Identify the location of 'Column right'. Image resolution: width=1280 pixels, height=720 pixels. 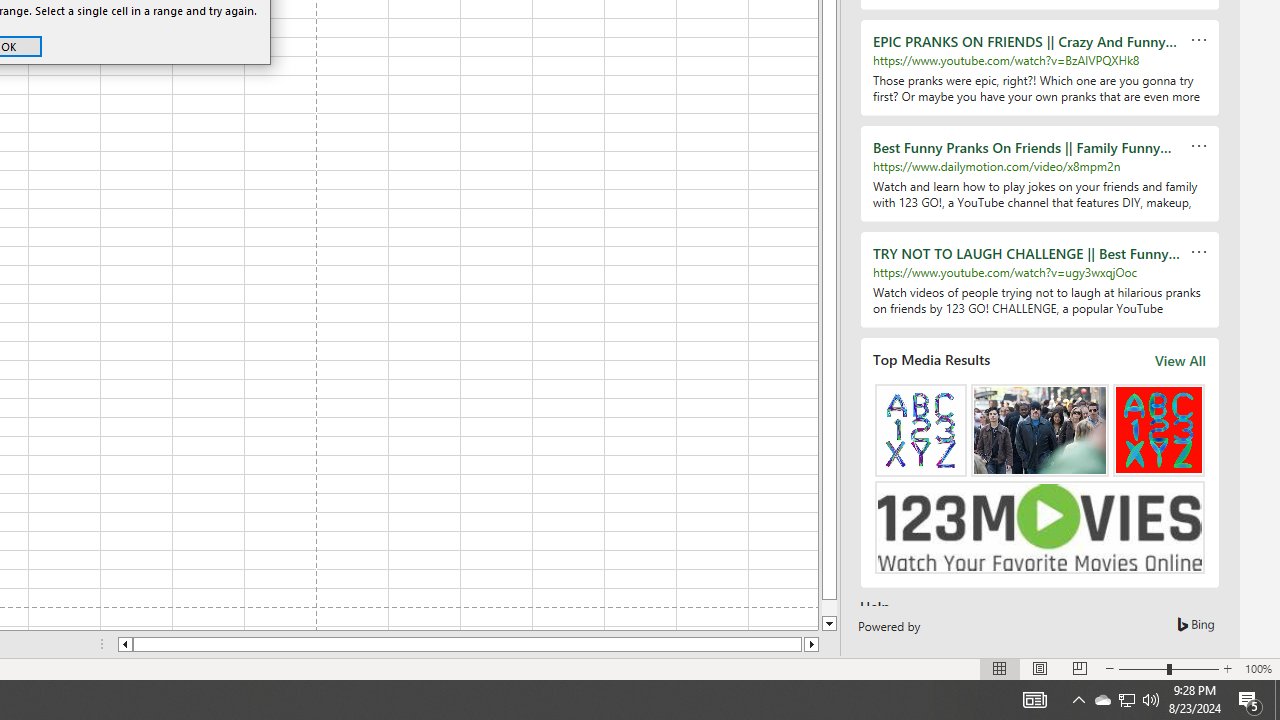
(812, 644).